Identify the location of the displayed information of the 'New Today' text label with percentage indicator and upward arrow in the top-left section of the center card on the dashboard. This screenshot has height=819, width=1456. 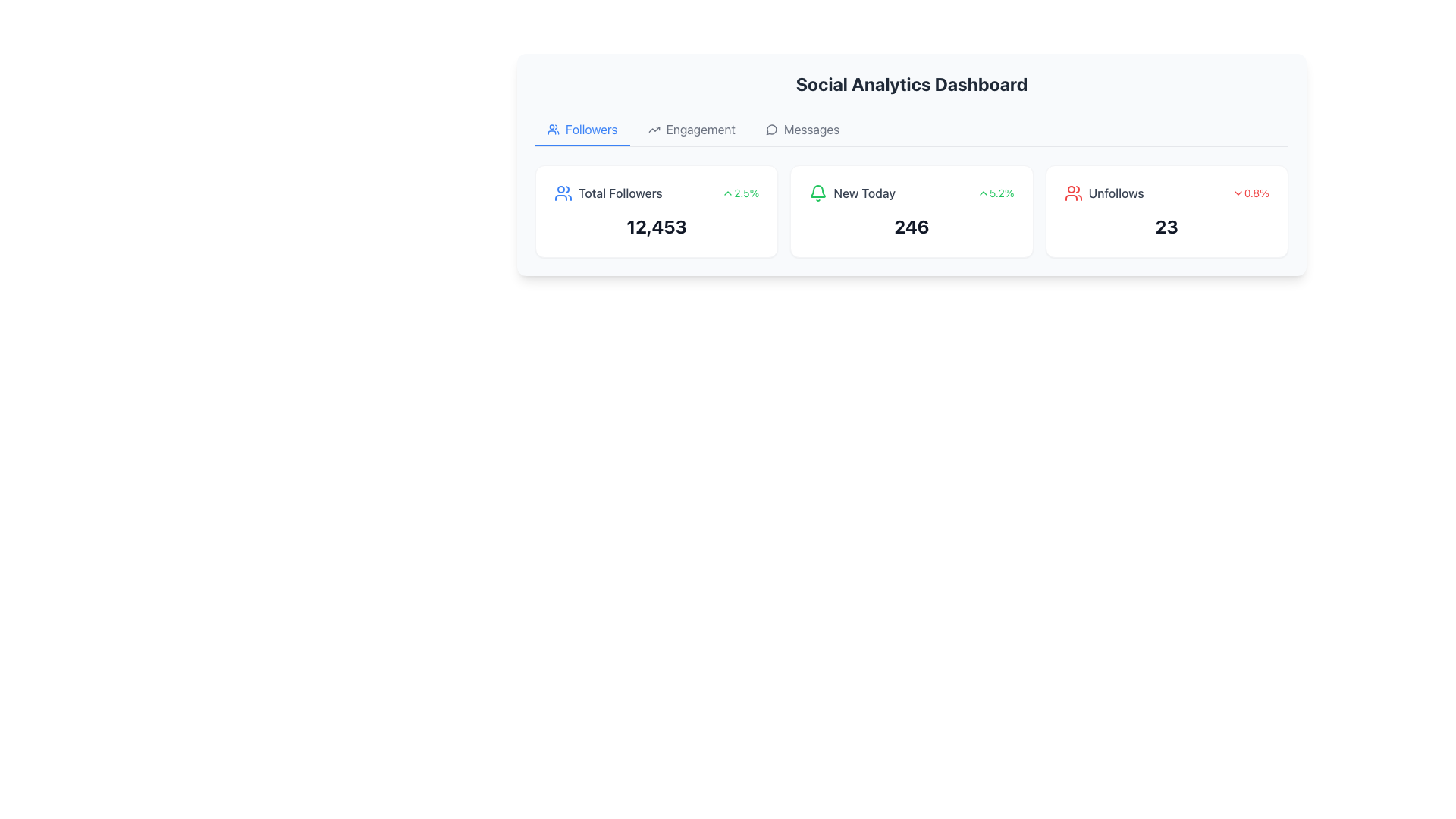
(911, 192).